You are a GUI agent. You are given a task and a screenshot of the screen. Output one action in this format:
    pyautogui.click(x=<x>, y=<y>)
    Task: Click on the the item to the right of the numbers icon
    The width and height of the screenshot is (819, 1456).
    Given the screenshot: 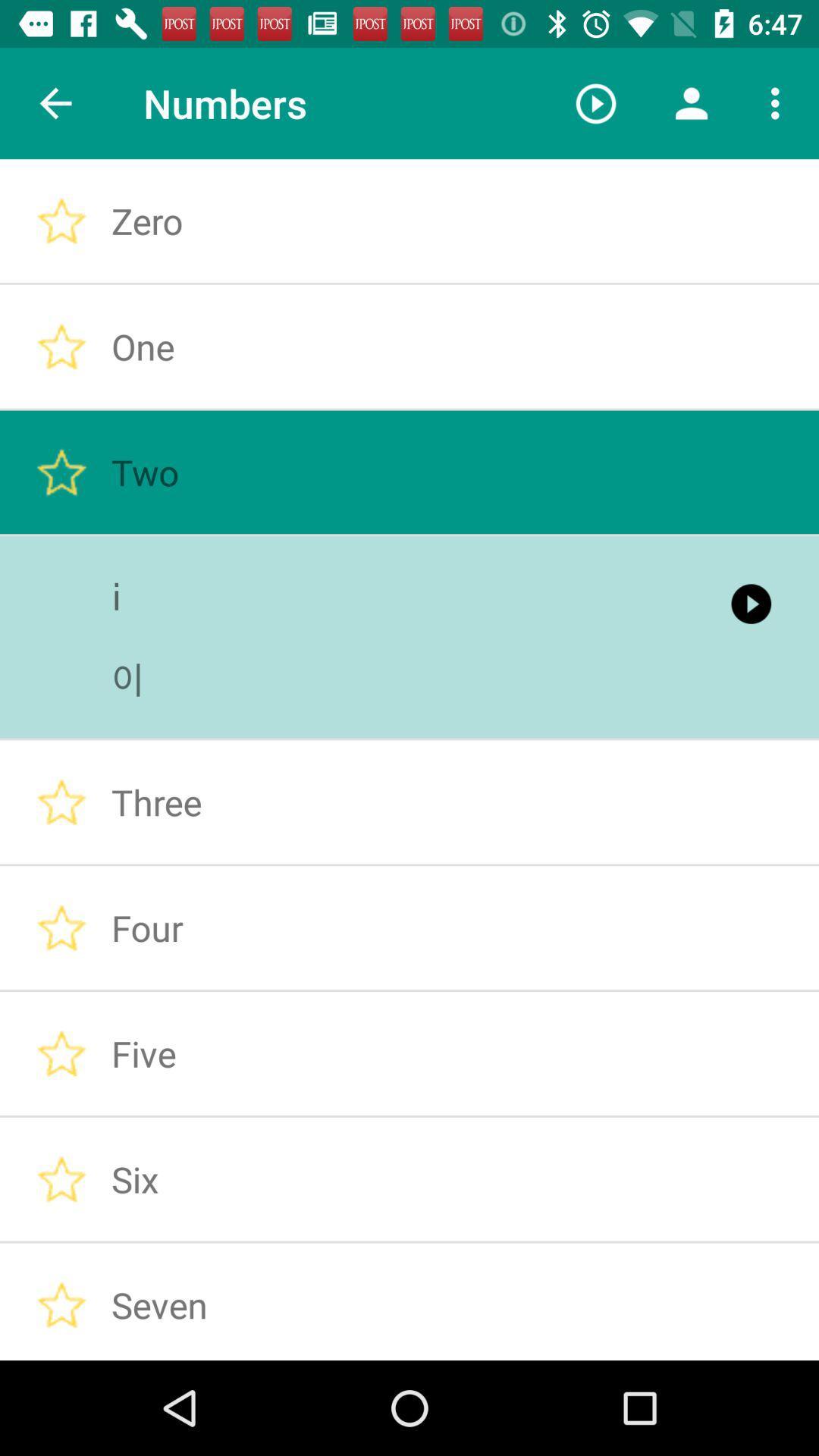 What is the action you would take?
    pyautogui.click(x=595, y=102)
    